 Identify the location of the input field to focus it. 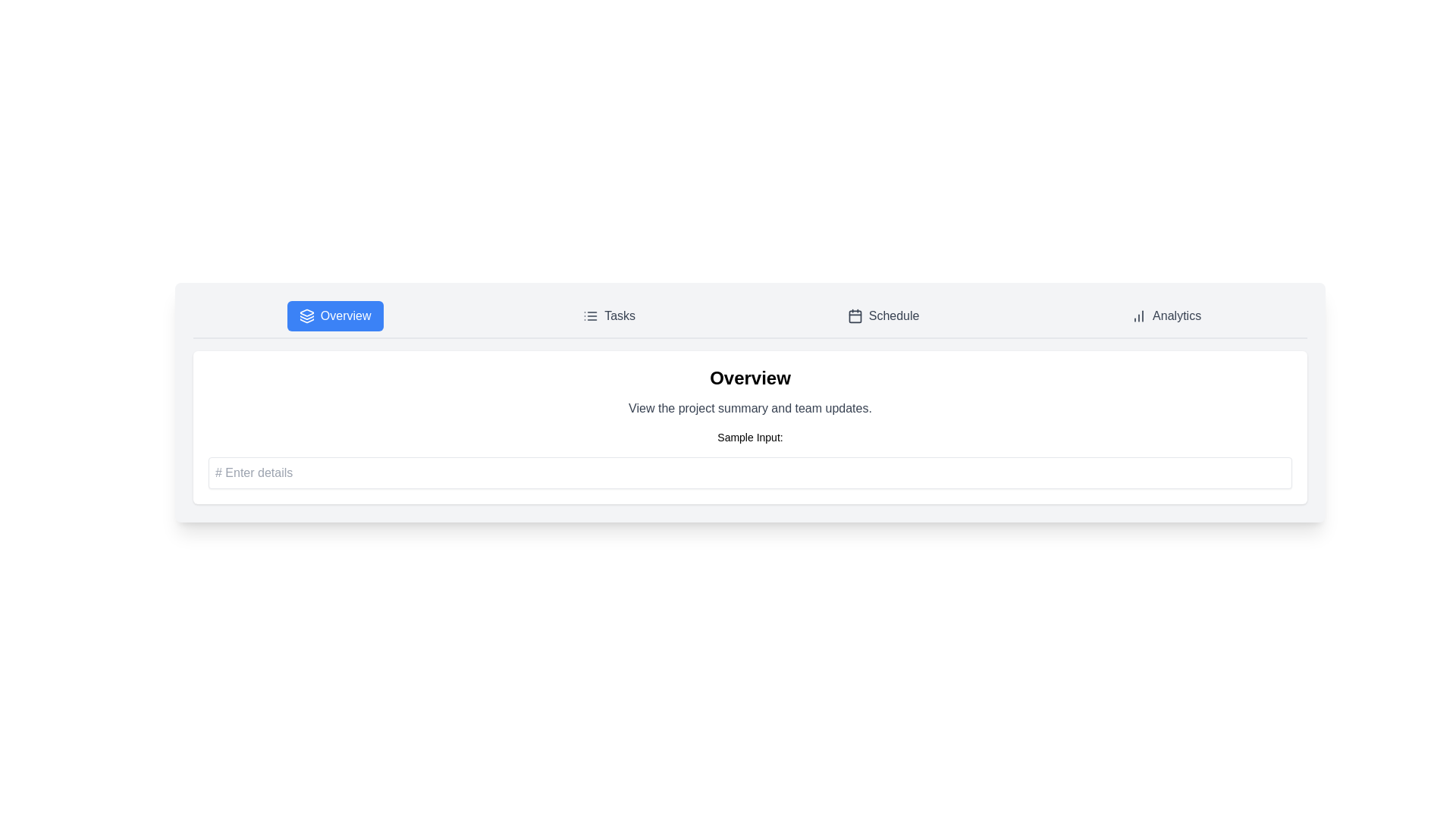
(750, 472).